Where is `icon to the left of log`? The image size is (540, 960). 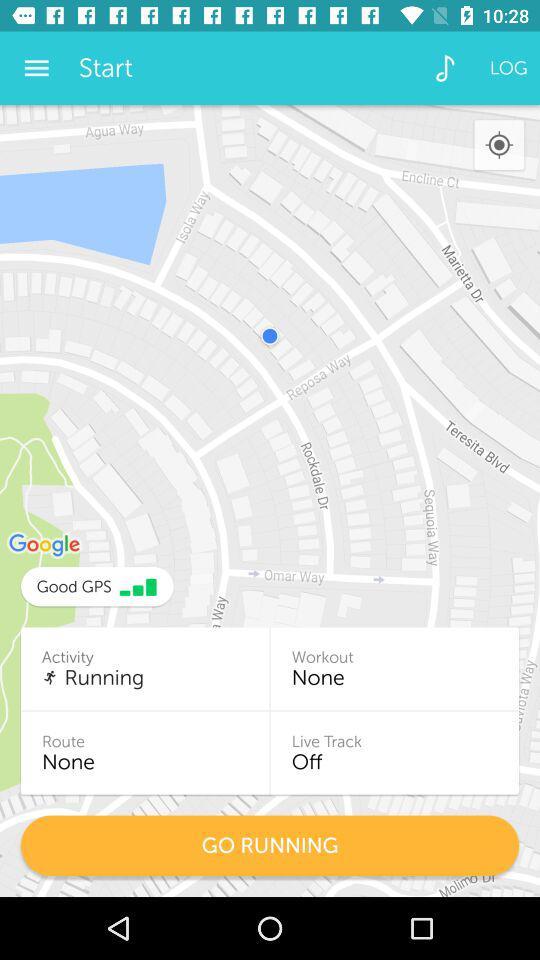 icon to the left of log is located at coordinates (445, 68).